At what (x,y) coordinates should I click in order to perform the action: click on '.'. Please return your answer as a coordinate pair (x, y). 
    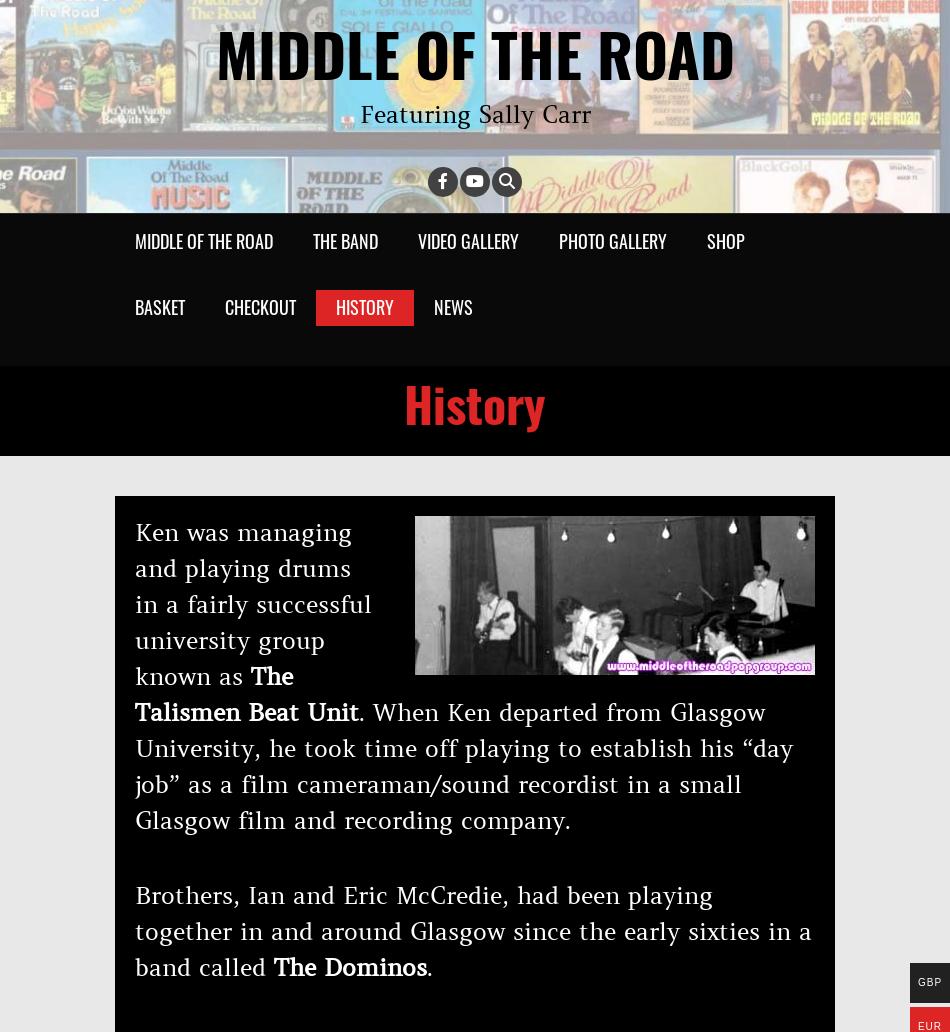
    Looking at the image, I should click on (428, 966).